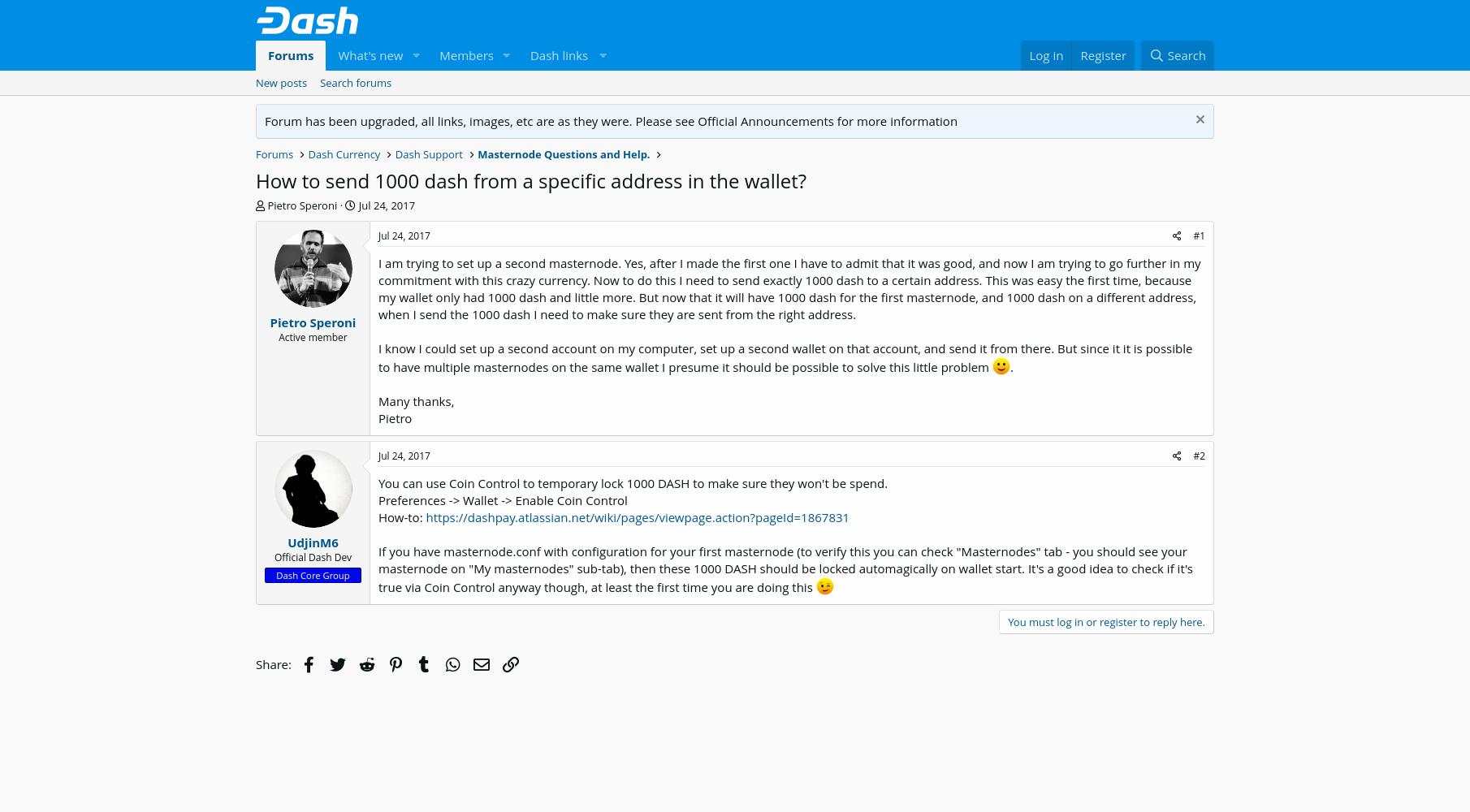 The image size is (1470, 812). Describe the element at coordinates (557, 54) in the screenshot. I see `'Dash links'` at that location.